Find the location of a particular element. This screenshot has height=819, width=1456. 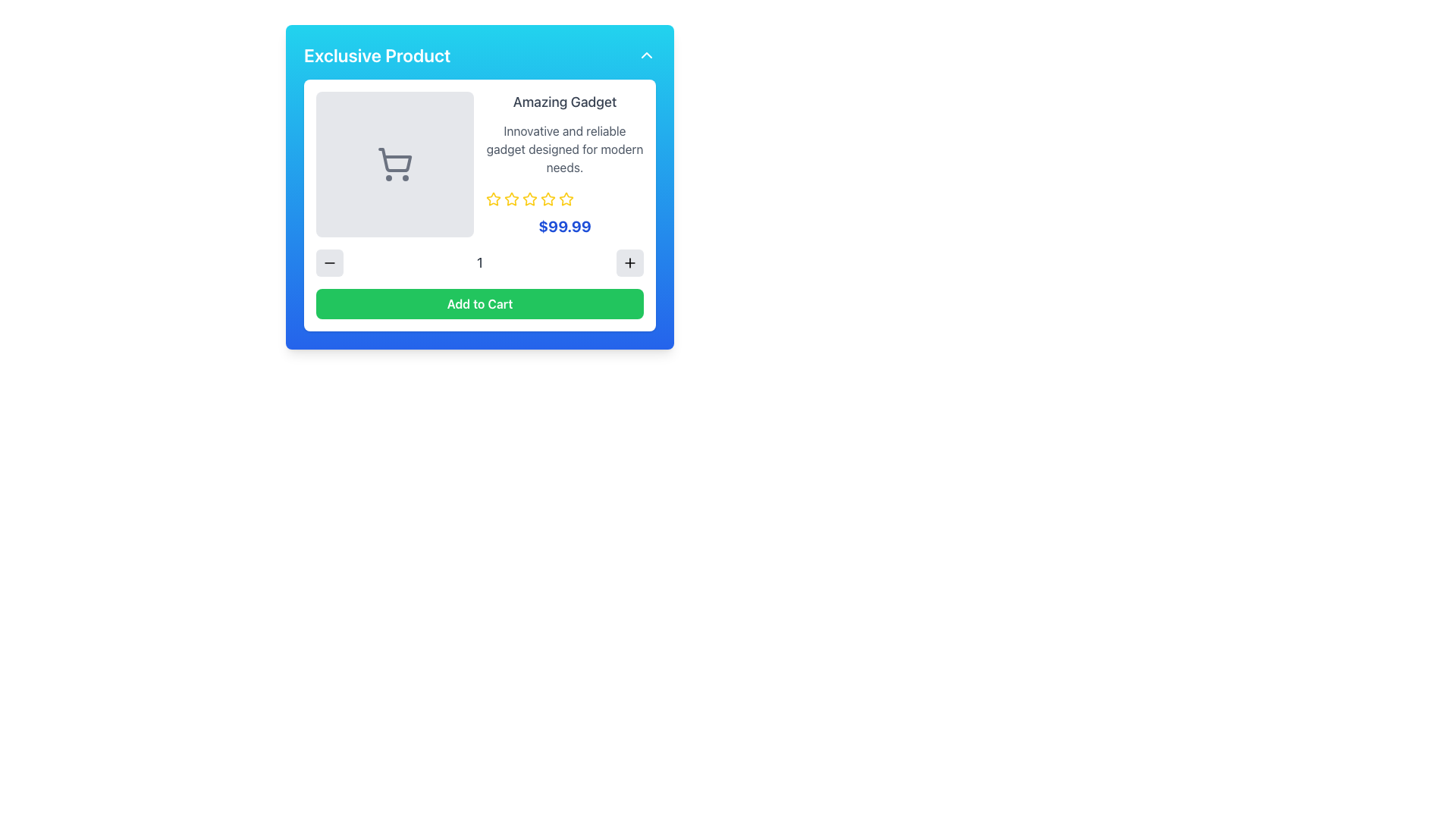

the circular button with a '+' icon, located at the bottom section of the product detail card is located at coordinates (629, 262).